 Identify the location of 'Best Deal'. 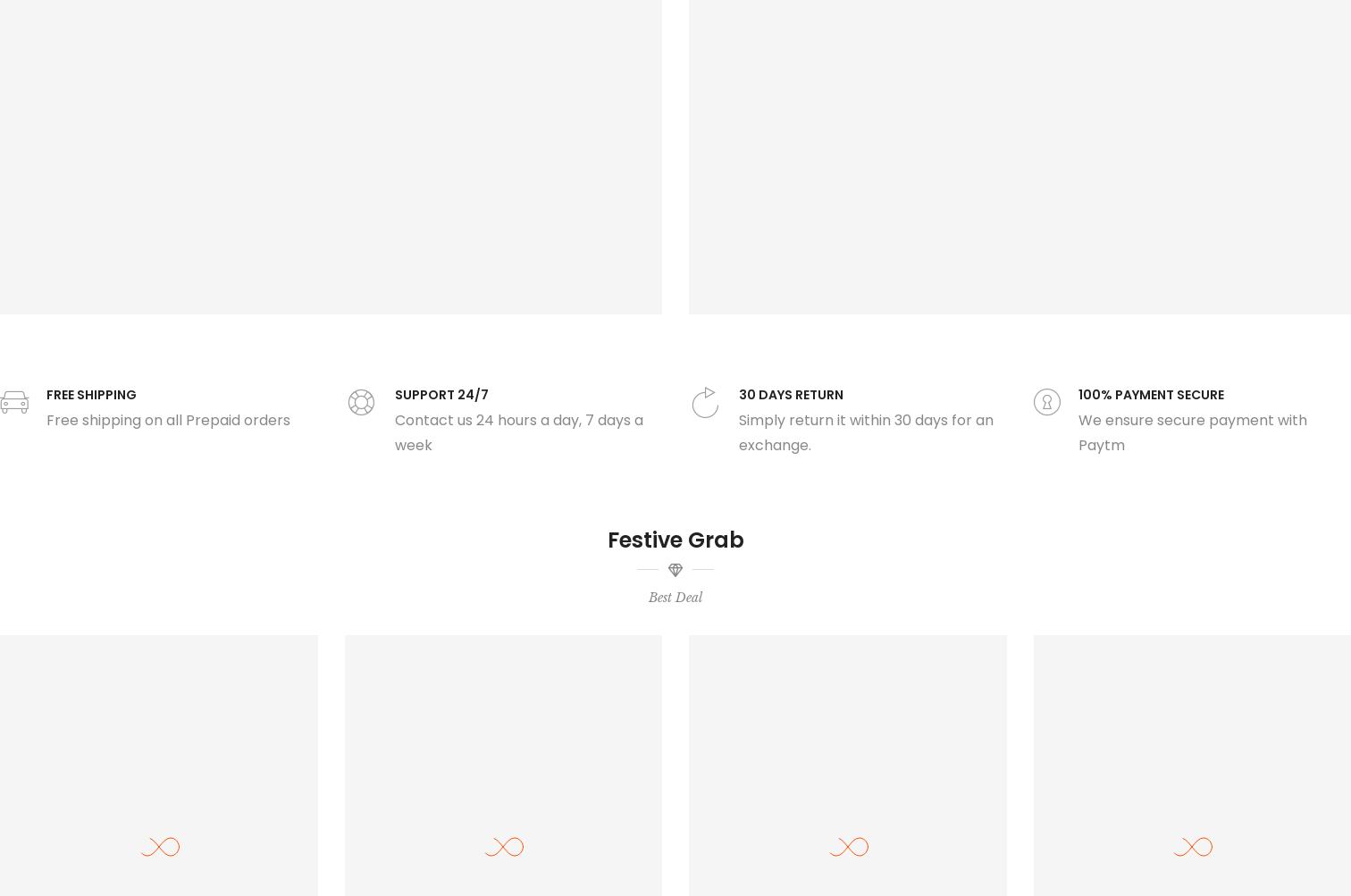
(675, 596).